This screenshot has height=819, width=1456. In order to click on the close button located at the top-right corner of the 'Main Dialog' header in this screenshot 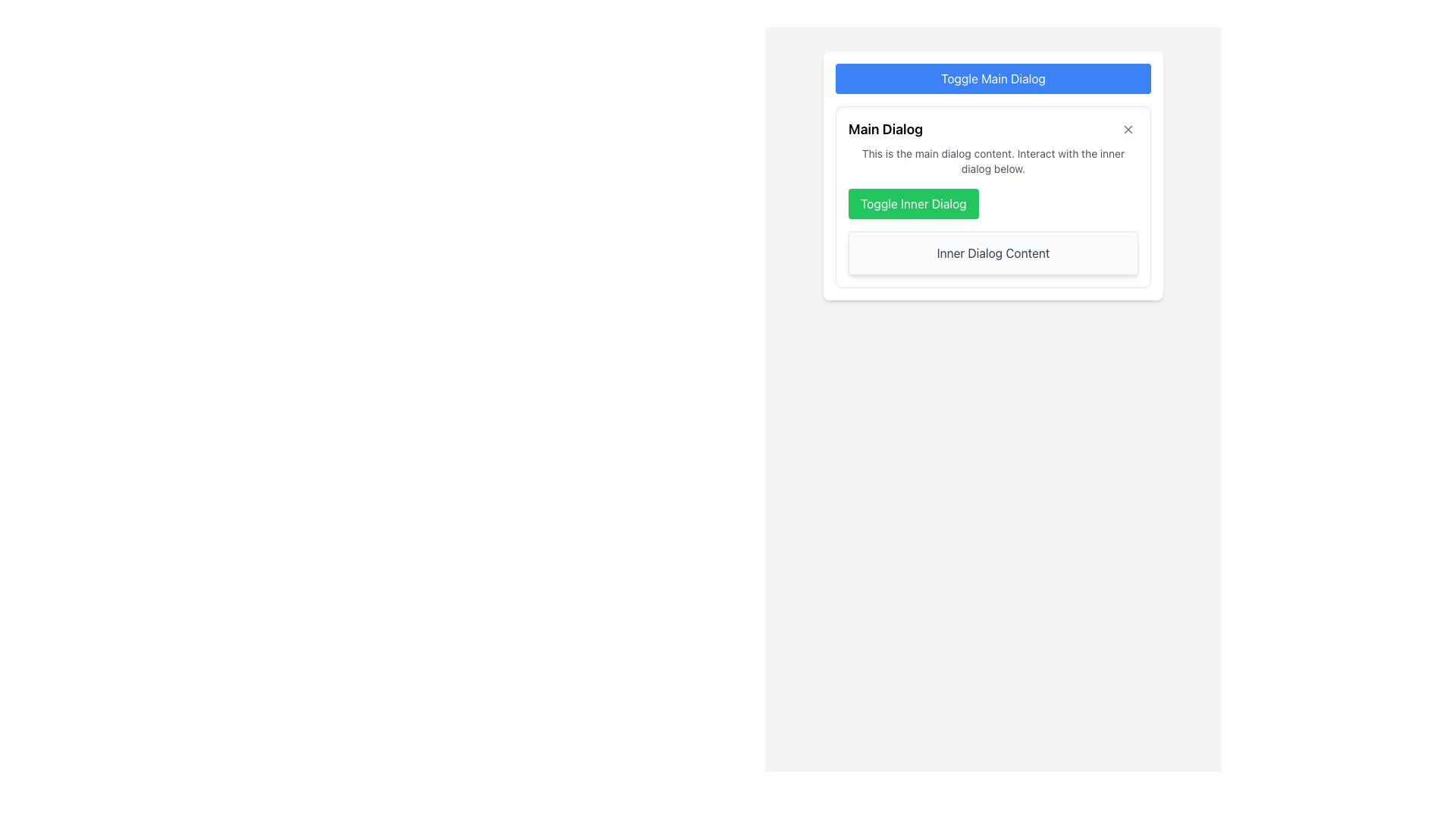, I will do `click(1128, 128)`.